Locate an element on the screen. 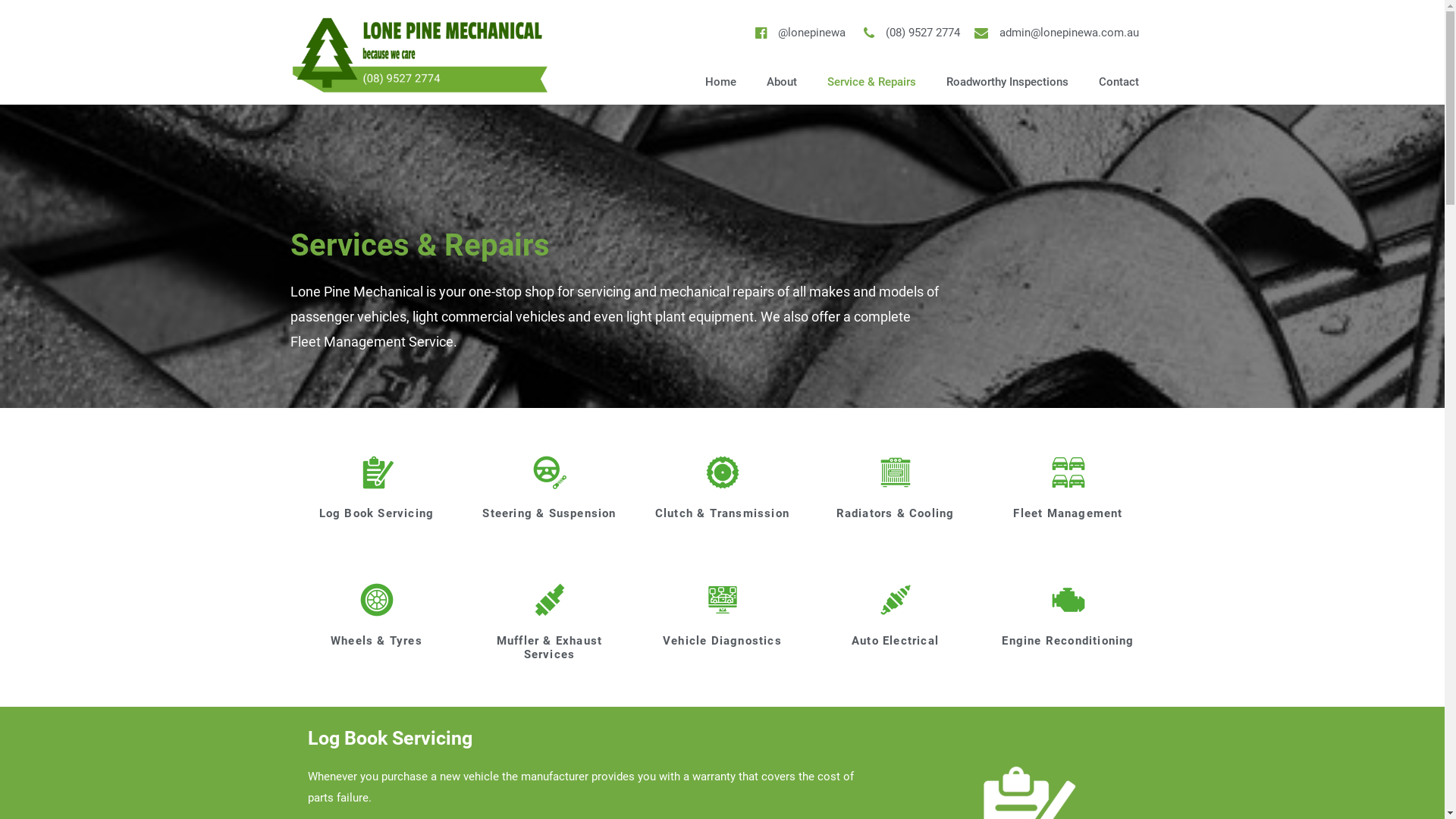  'Home' is located at coordinates (720, 82).